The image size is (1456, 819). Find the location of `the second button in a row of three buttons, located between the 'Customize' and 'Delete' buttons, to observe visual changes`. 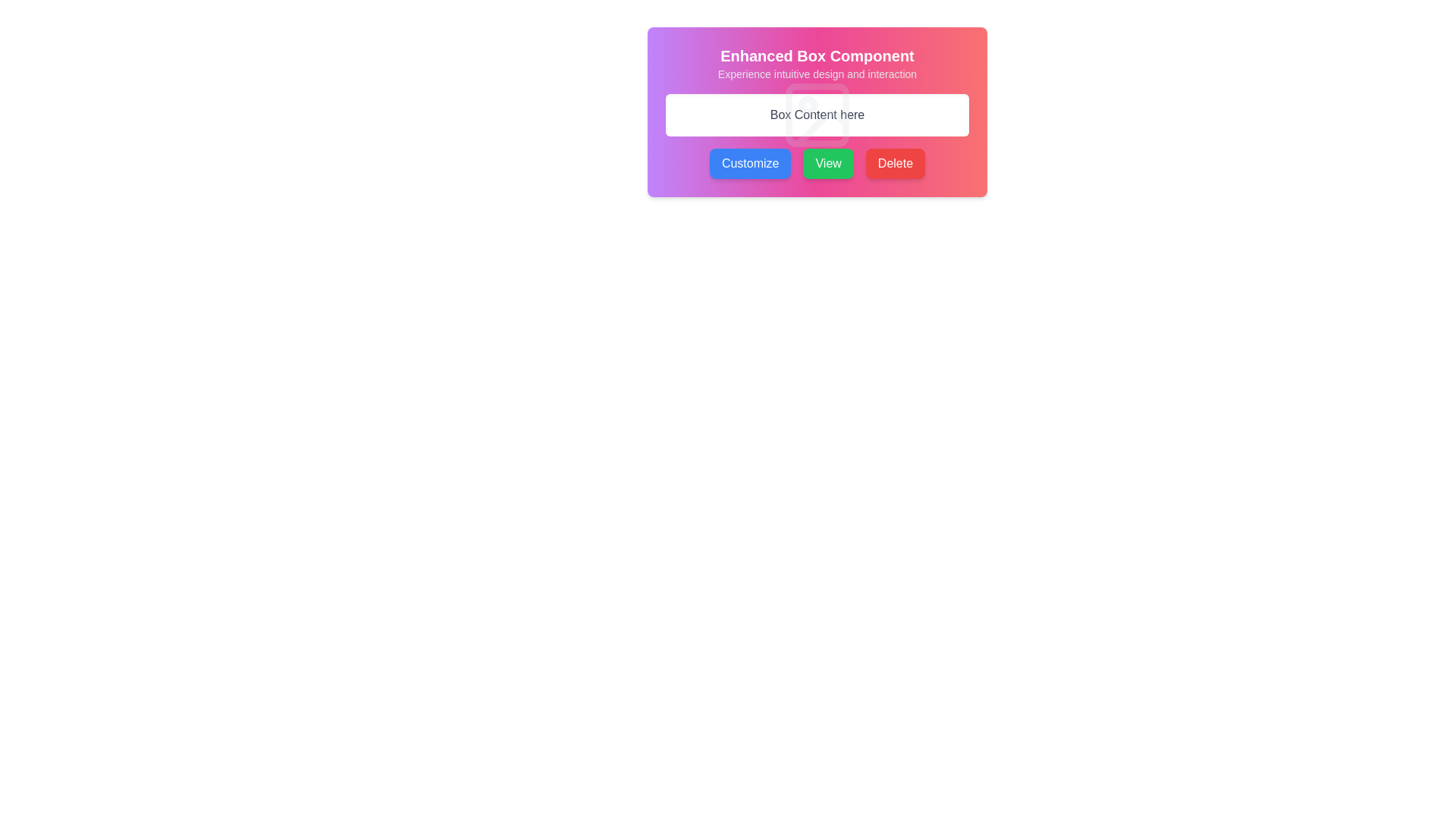

the second button in a row of three buttons, located between the 'Customize' and 'Delete' buttons, to observe visual changes is located at coordinates (817, 164).